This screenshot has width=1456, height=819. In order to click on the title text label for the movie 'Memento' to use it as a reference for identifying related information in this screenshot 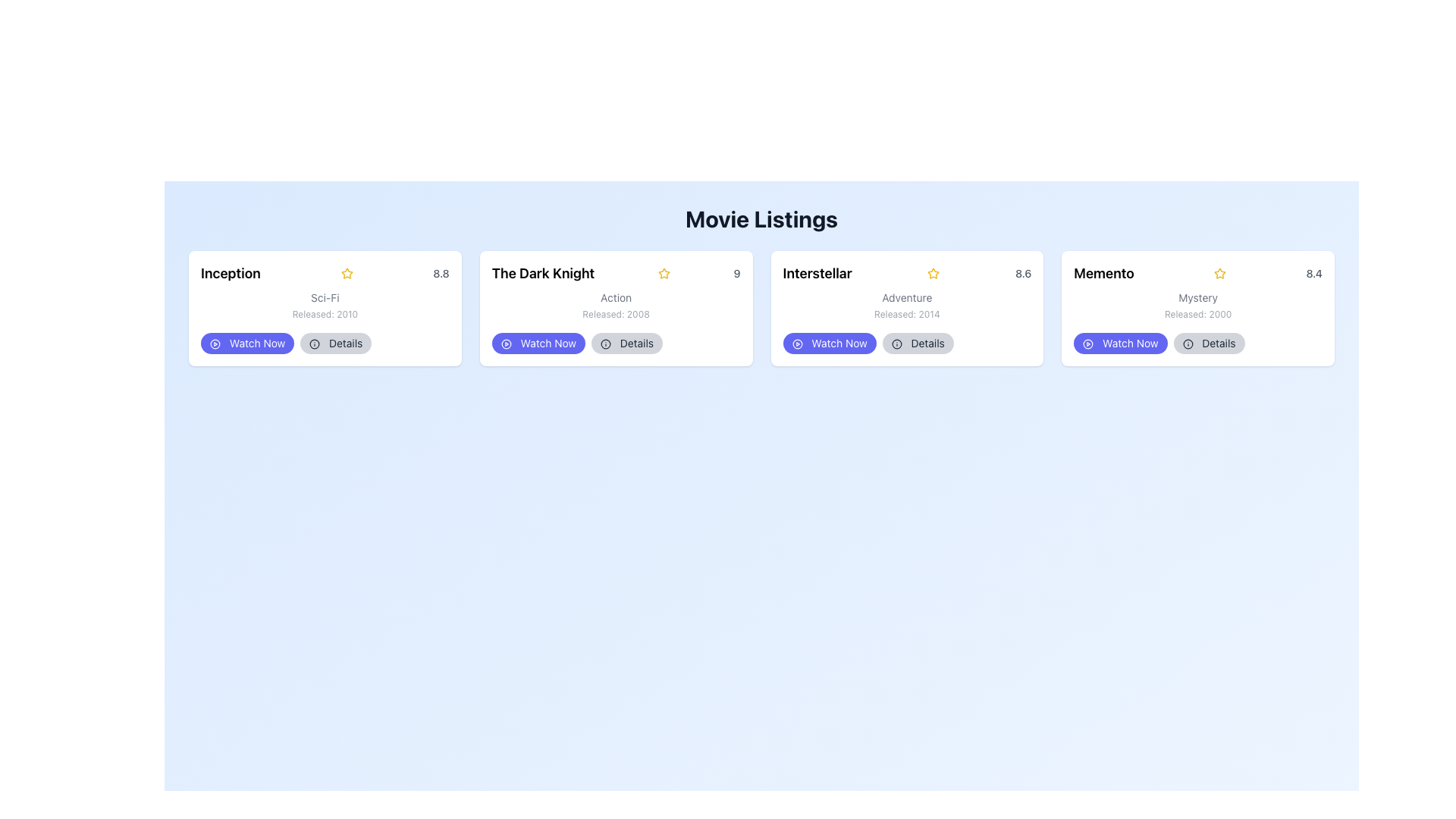, I will do `click(1103, 274)`.